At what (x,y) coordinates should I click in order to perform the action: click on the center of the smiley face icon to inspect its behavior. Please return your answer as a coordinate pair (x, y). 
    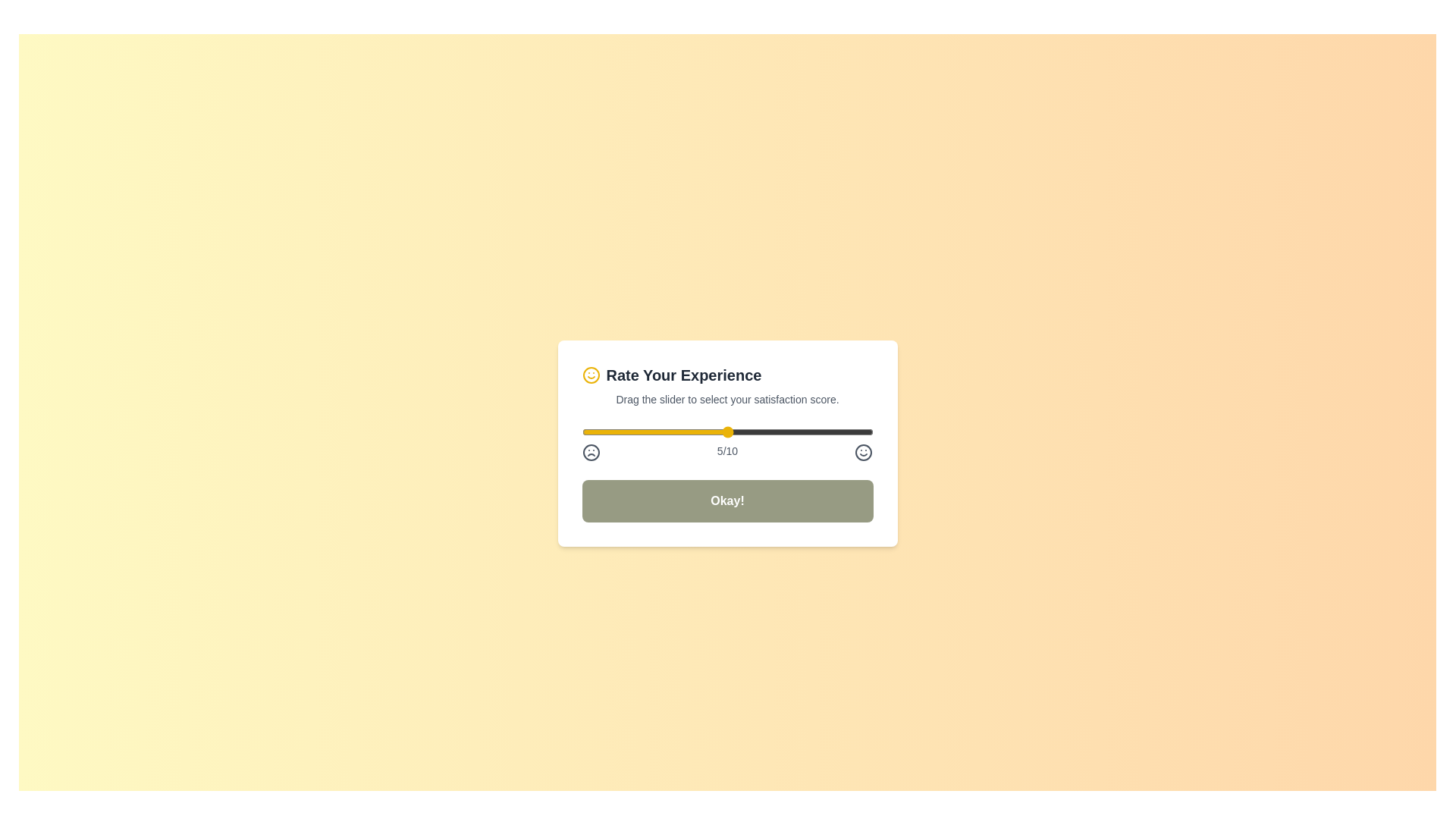
    Looking at the image, I should click on (590, 375).